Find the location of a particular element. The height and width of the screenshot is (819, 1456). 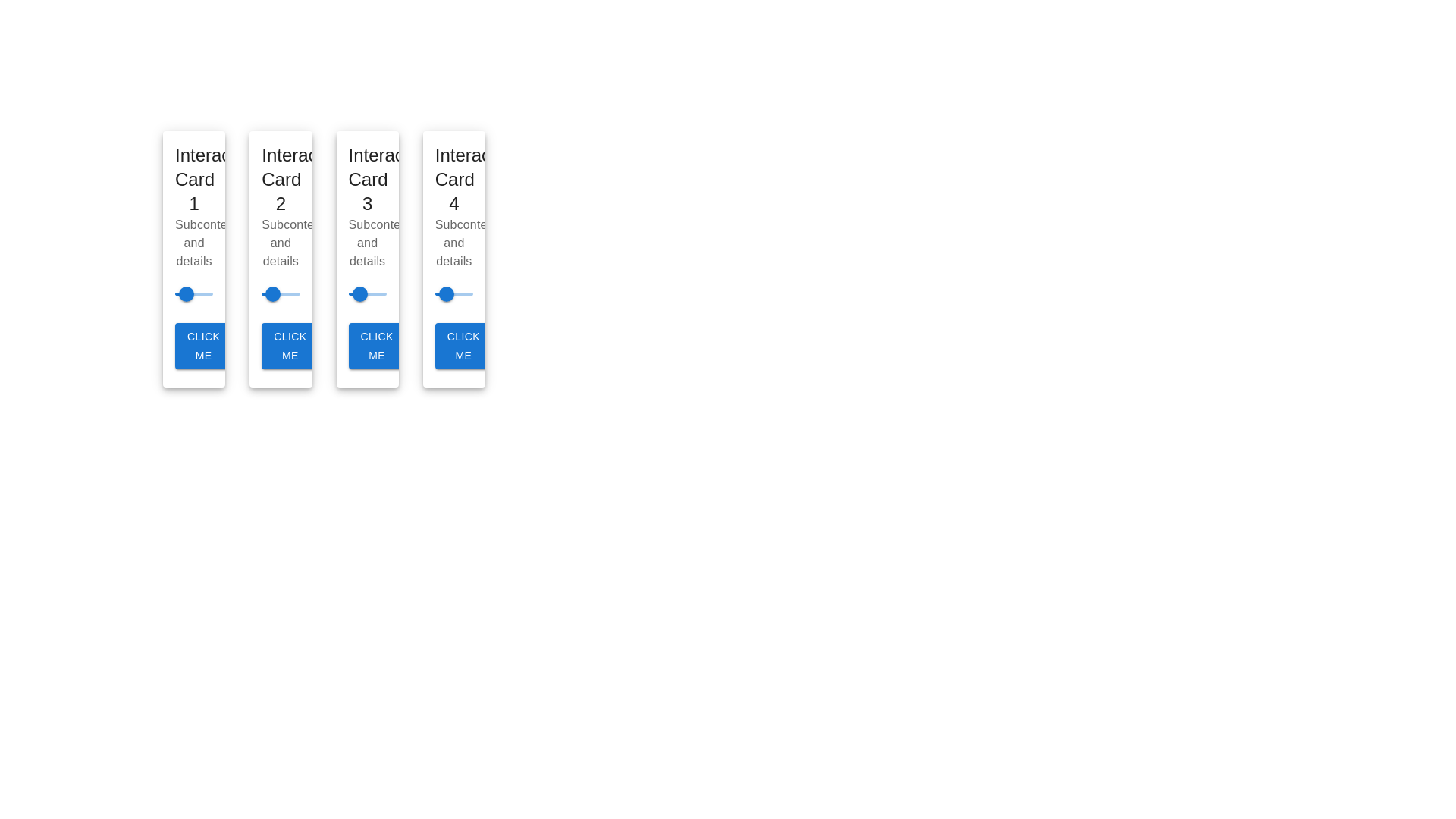

the rounded slider thumb with a blue fill located at the 30% position of the horizontal slider in the fourth interactive card is located at coordinates (445, 294).